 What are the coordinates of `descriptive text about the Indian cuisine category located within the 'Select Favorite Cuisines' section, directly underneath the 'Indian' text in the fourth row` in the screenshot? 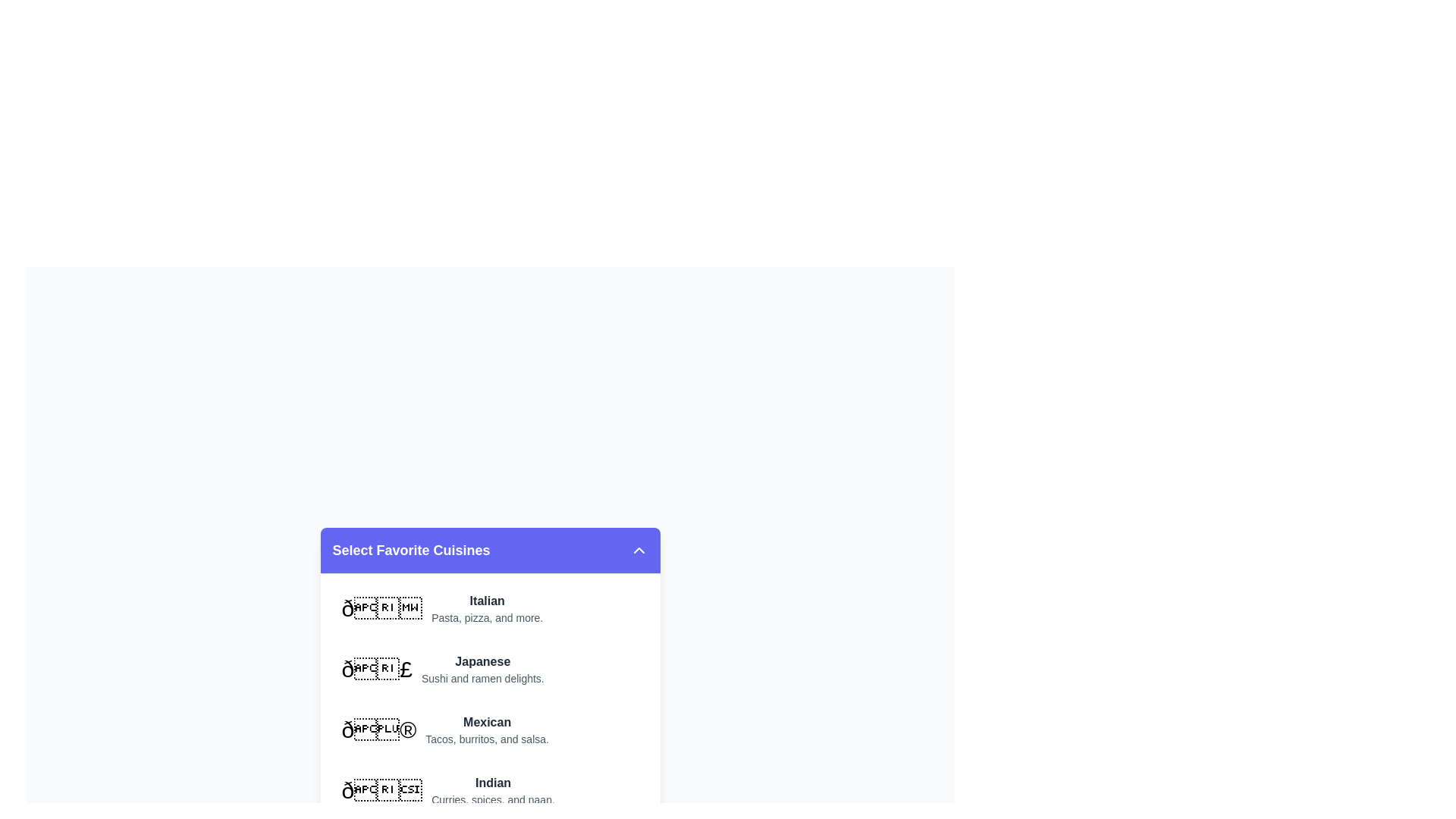 It's located at (493, 799).